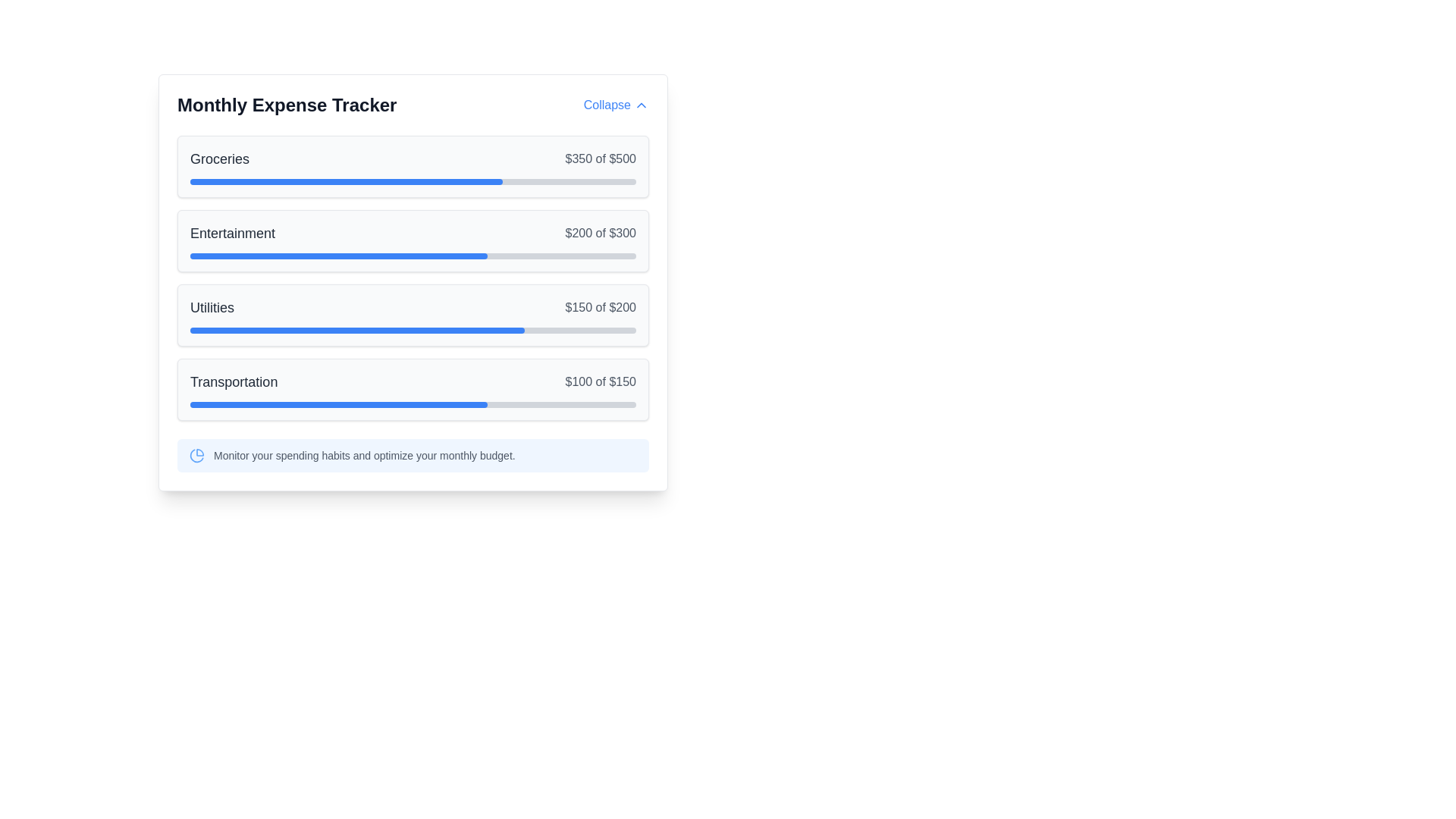  I want to click on the text label displaying '$200 of $300', which is styled with a gray font and located in the financial tracker interface, aligned to the right of the 'Entertainment' header, so click(600, 234).